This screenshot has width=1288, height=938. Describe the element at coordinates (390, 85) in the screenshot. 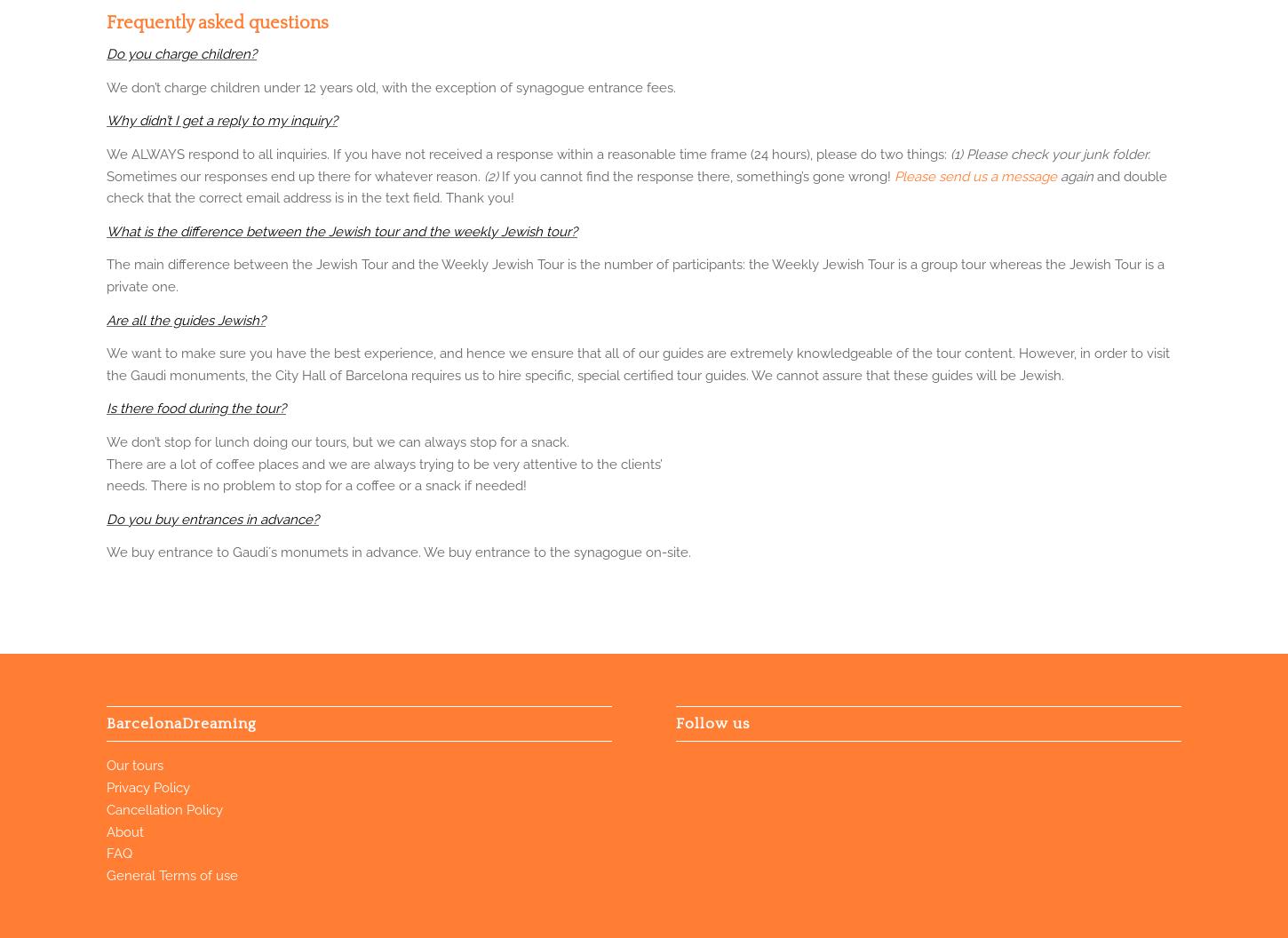

I see `'We don’t charge children under 12 years old, with the exception of synagogue entrance fees.'` at that location.